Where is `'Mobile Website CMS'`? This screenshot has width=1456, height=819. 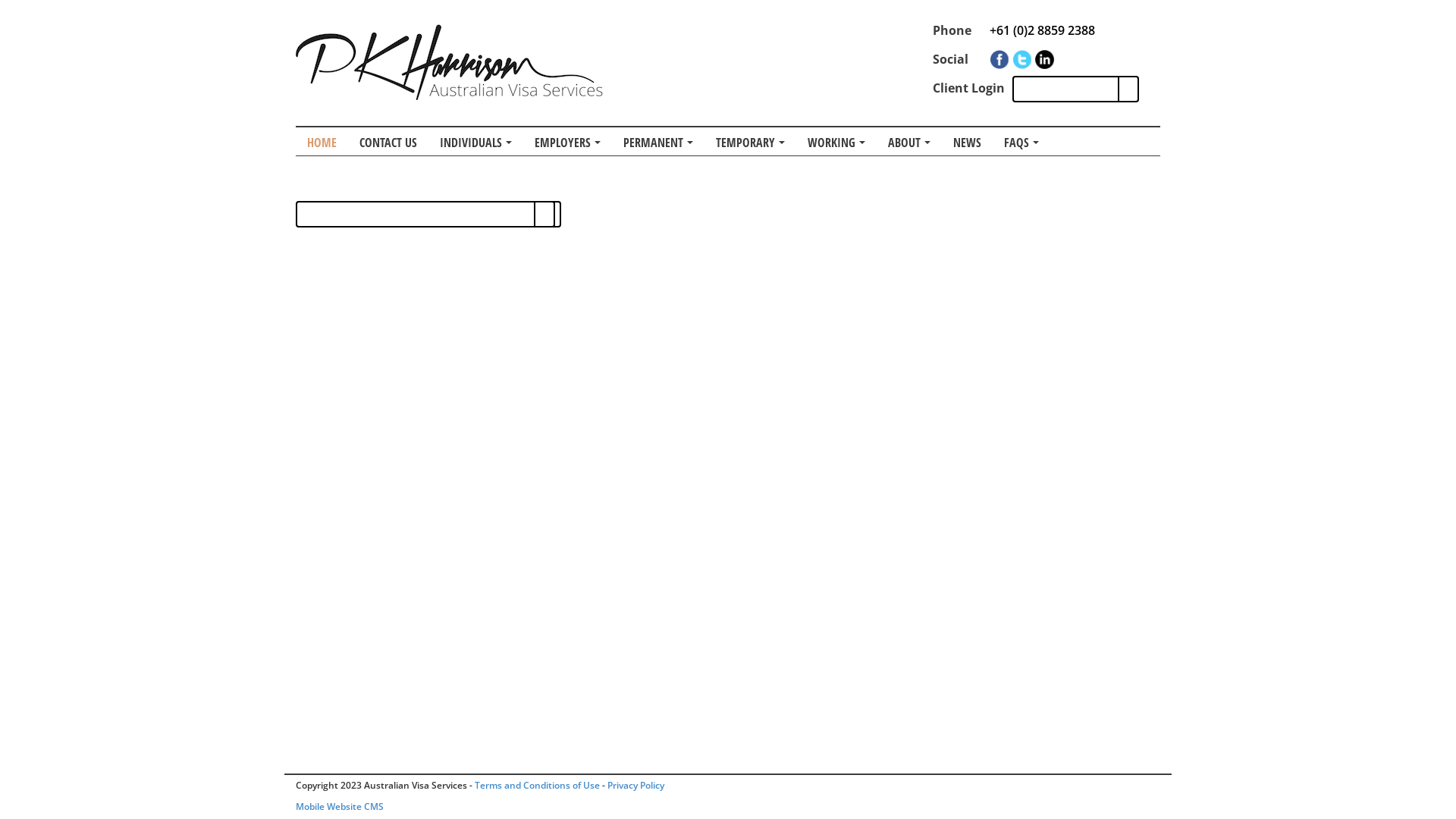
'Mobile Website CMS' is located at coordinates (338, 805).